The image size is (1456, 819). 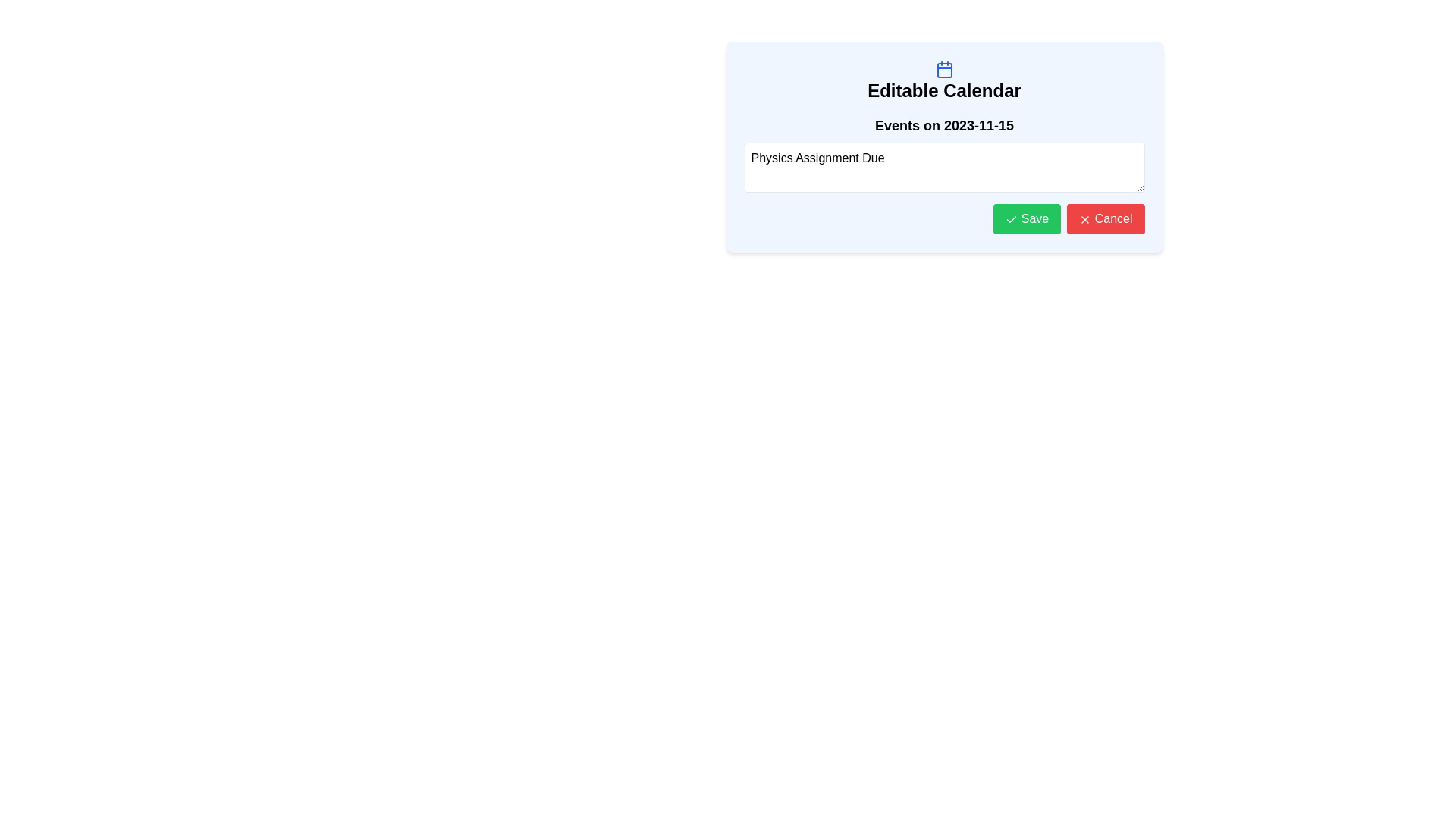 I want to click on the cancel icon located to the left of the 'Cancel' text within the red rectangular button at the bottom right of the popup window, so click(x=1084, y=219).